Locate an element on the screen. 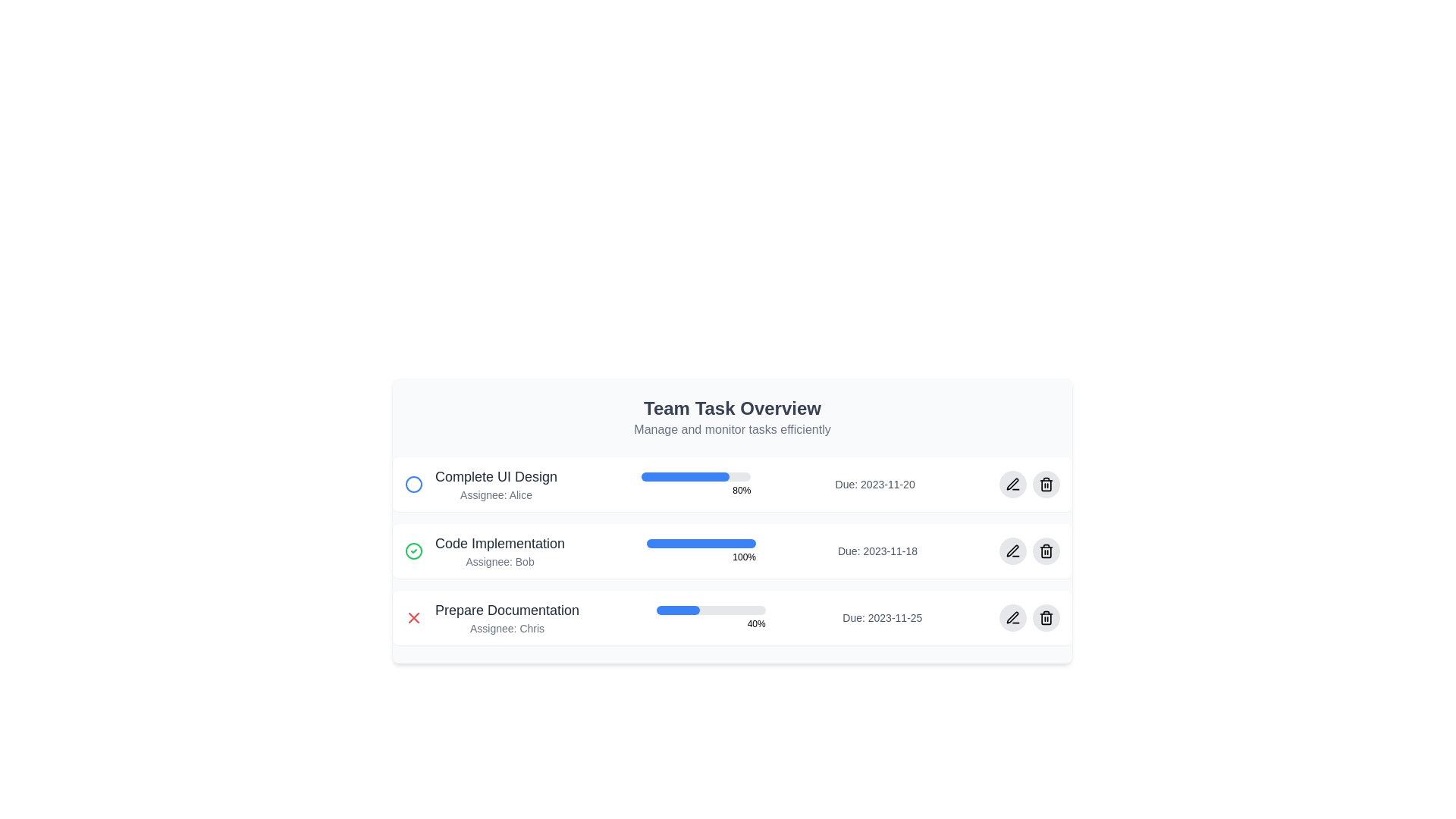  the stylized pen icon button located to the right of the task's progress bar in the task management interface is located at coordinates (1012, 551).